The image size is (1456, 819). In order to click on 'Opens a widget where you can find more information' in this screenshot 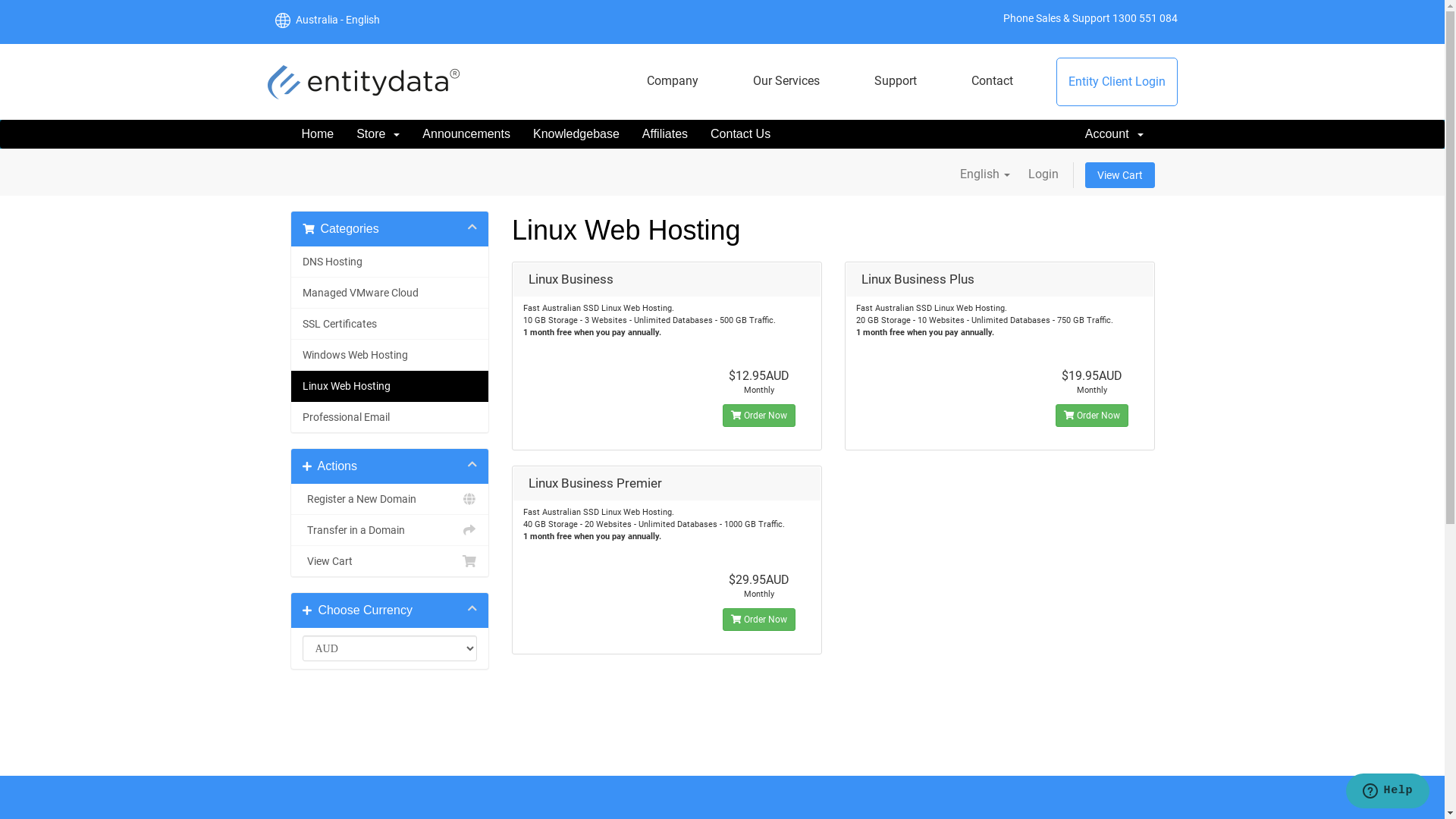, I will do `click(1387, 792)`.